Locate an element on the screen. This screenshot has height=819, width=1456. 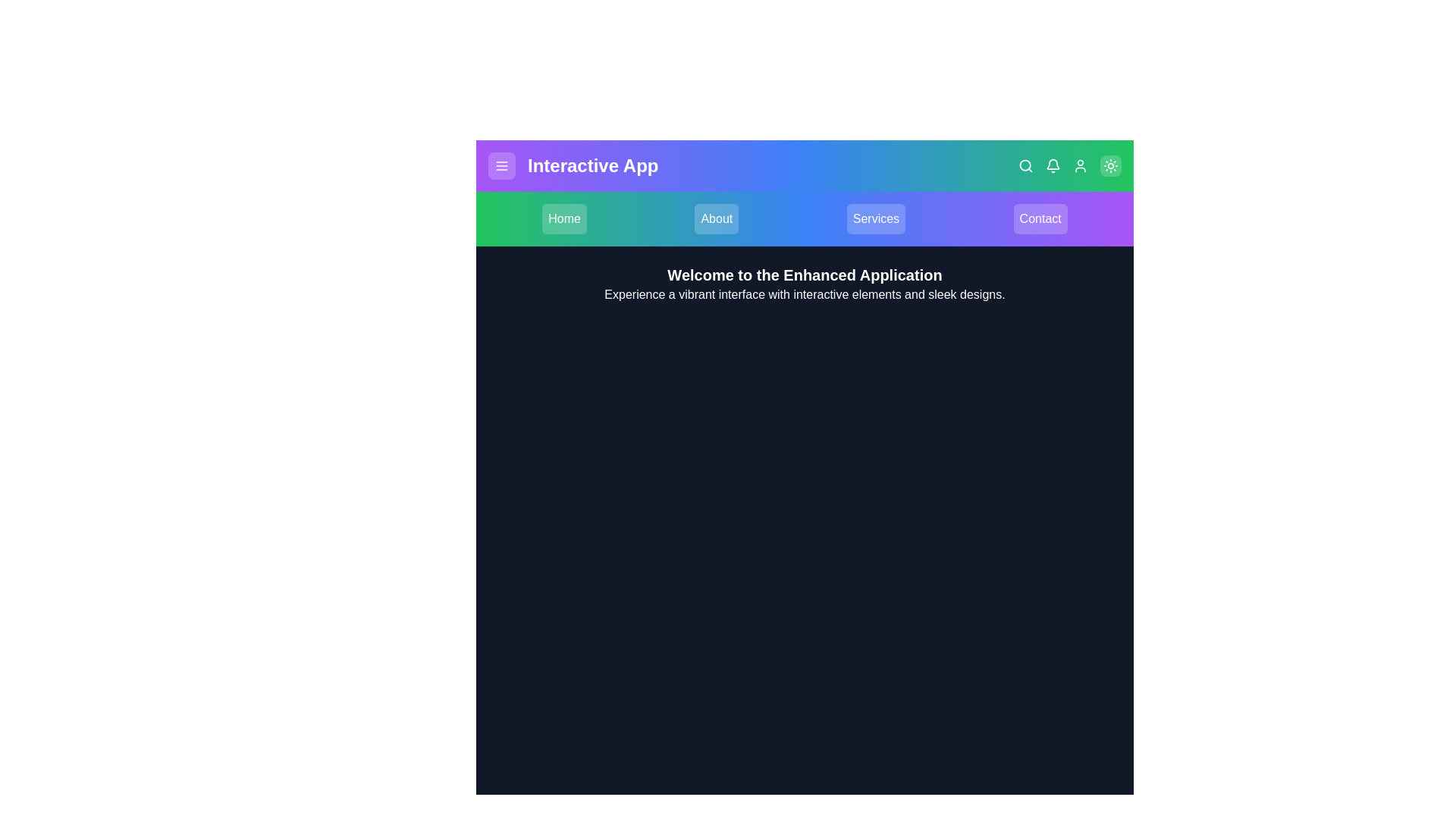
the menu button to toggle the menu visibility is located at coordinates (502, 166).